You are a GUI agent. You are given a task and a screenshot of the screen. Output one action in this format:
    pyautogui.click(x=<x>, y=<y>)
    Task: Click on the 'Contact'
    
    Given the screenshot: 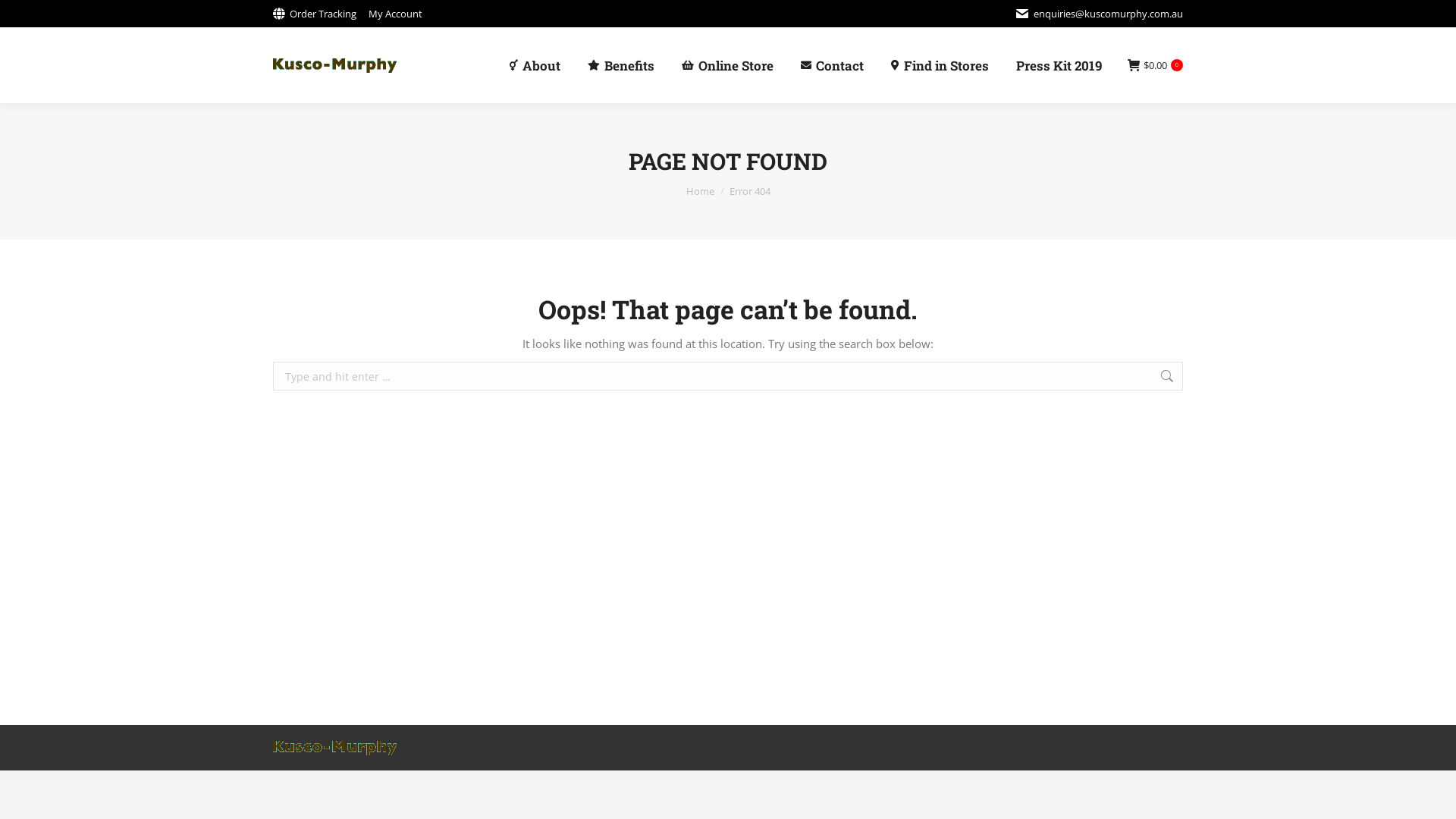 What is the action you would take?
    pyautogui.click(x=831, y=64)
    